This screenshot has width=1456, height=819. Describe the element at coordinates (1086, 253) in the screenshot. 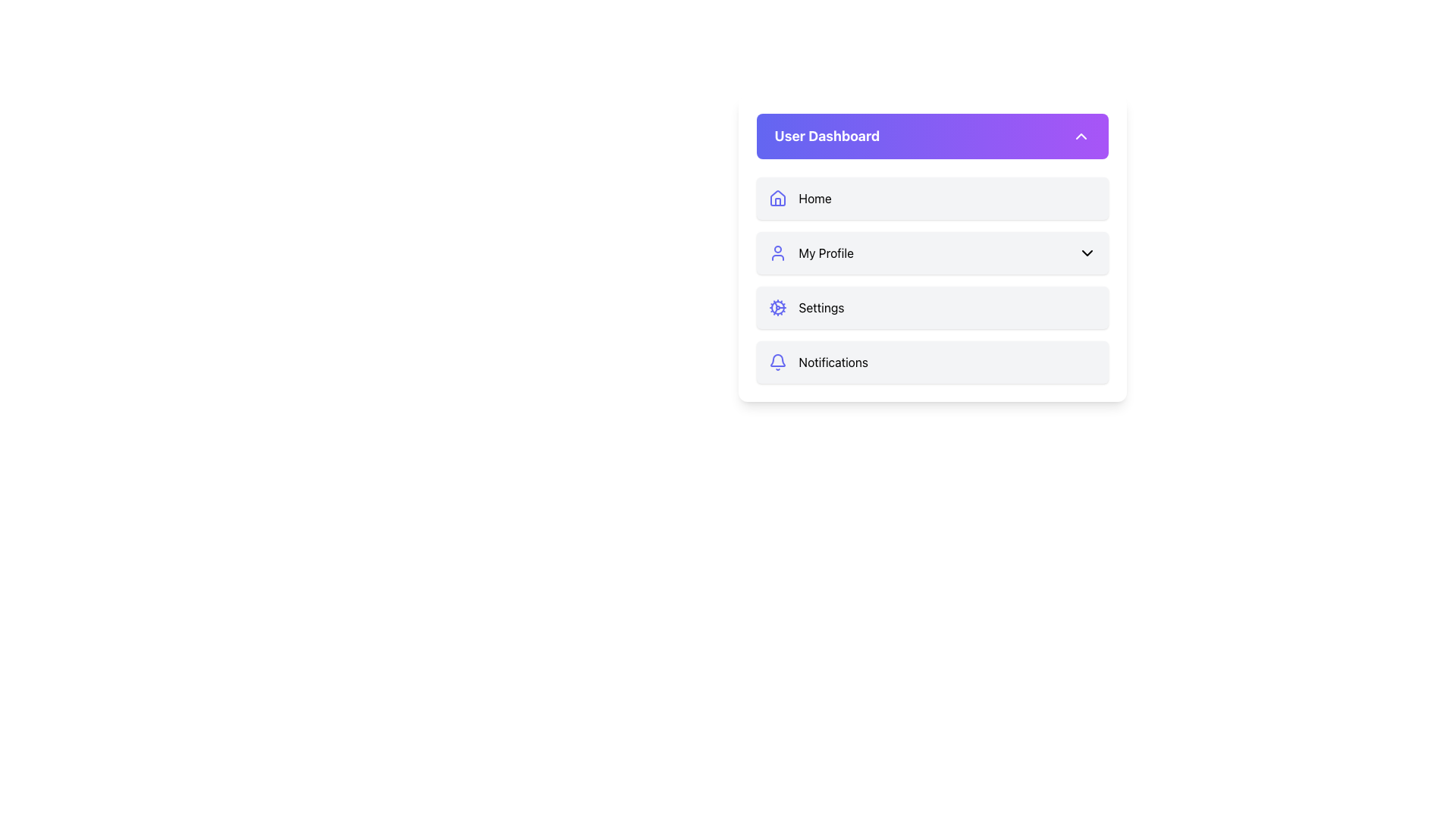

I see `the downwards chevron icon located to the far-right of the 'My Profile' text` at that location.